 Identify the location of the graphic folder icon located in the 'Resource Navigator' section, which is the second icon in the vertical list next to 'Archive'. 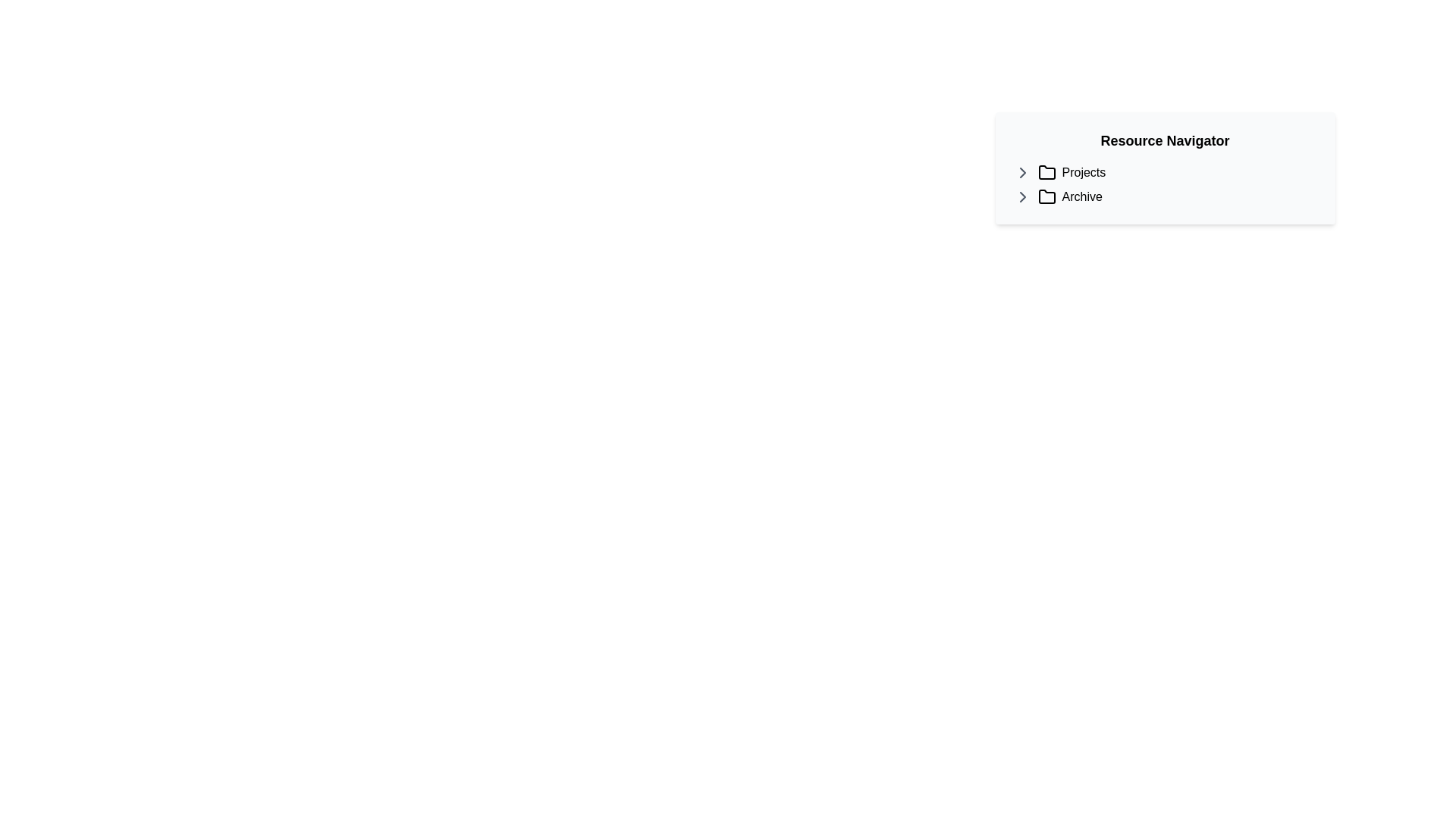
(1046, 171).